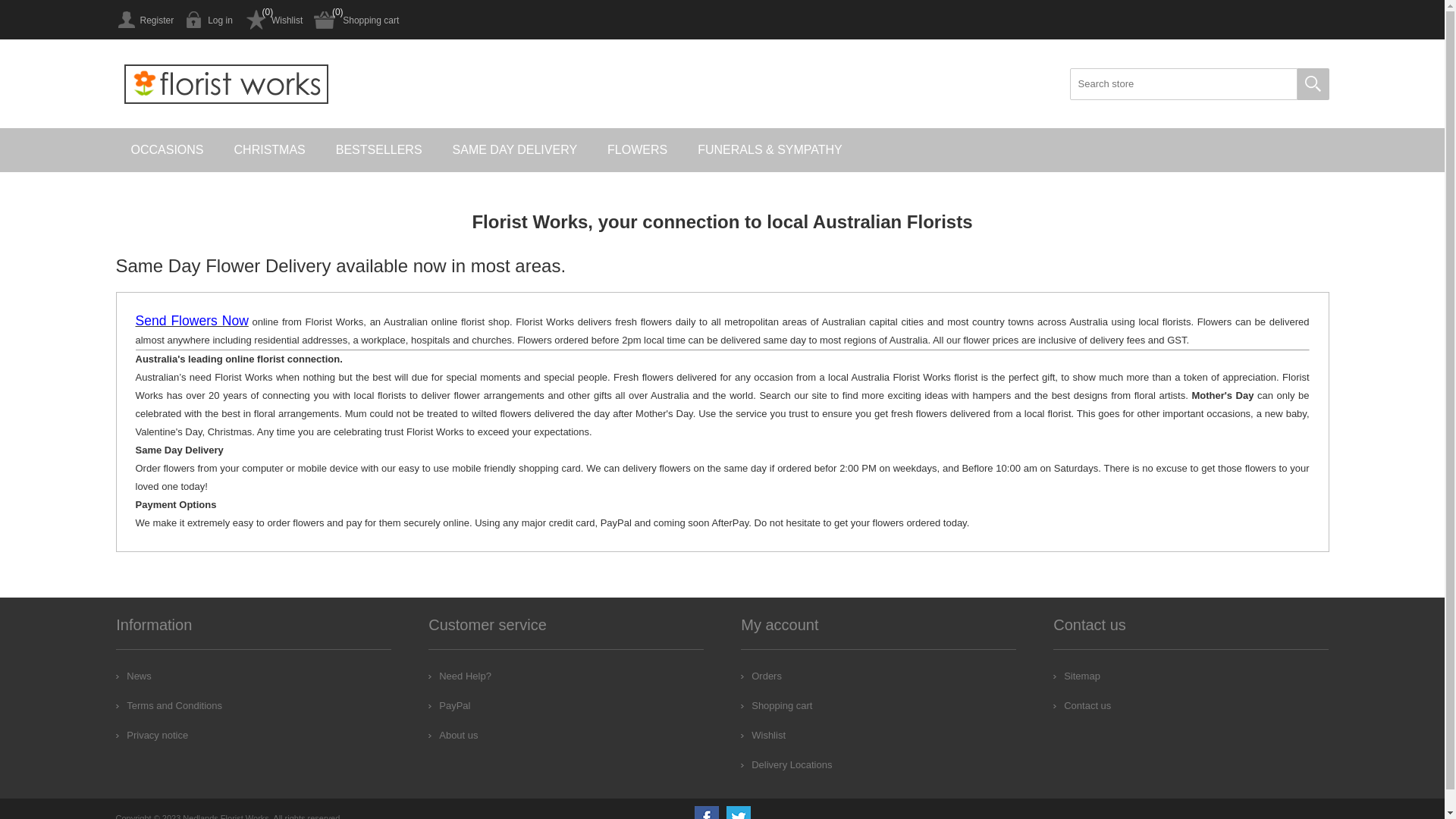 The height and width of the screenshot is (819, 1456). What do you see at coordinates (1081, 705) in the screenshot?
I see `'Contact us'` at bounding box center [1081, 705].